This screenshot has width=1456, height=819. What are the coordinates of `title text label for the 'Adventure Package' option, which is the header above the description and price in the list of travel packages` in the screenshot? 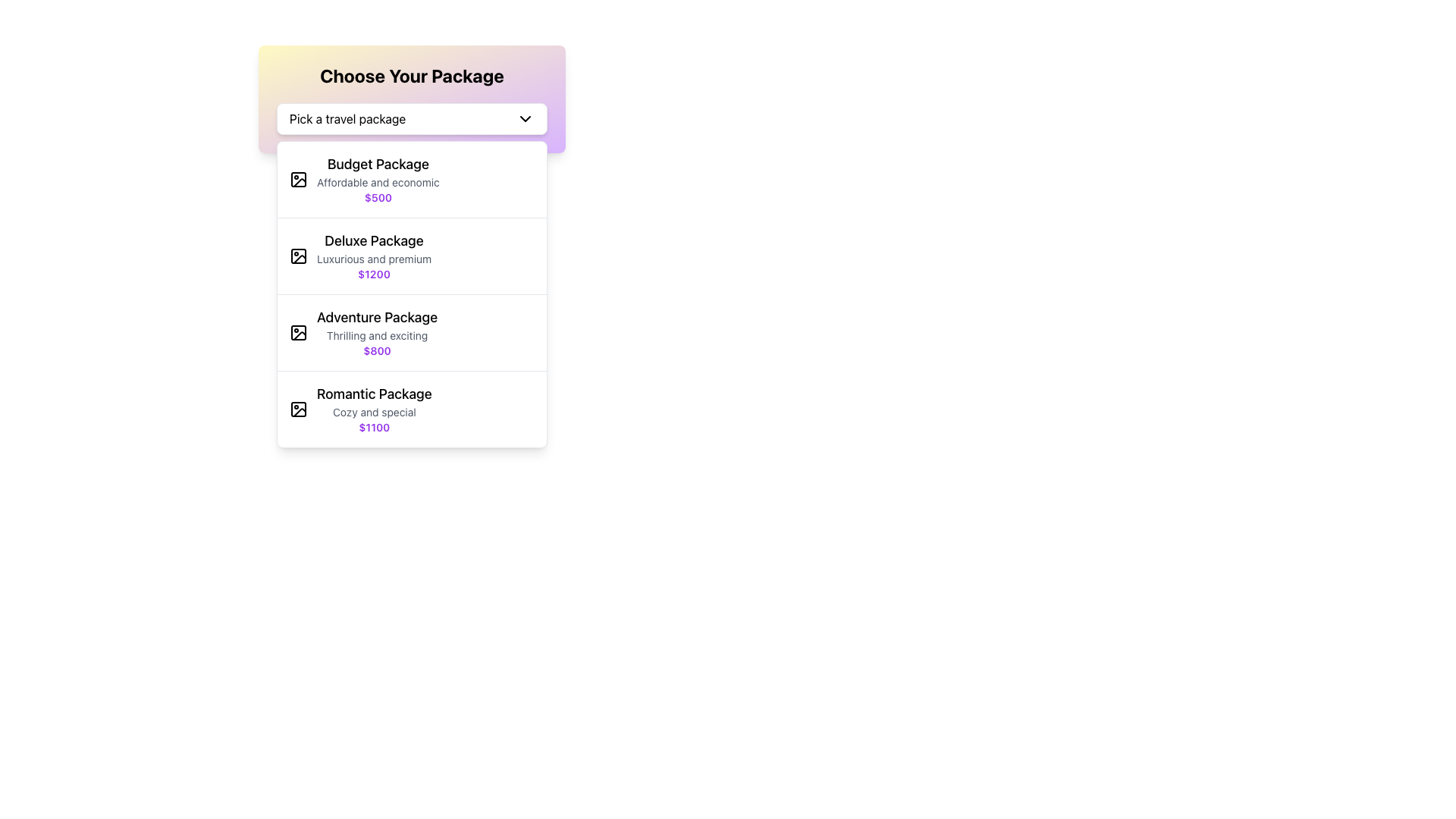 It's located at (377, 317).